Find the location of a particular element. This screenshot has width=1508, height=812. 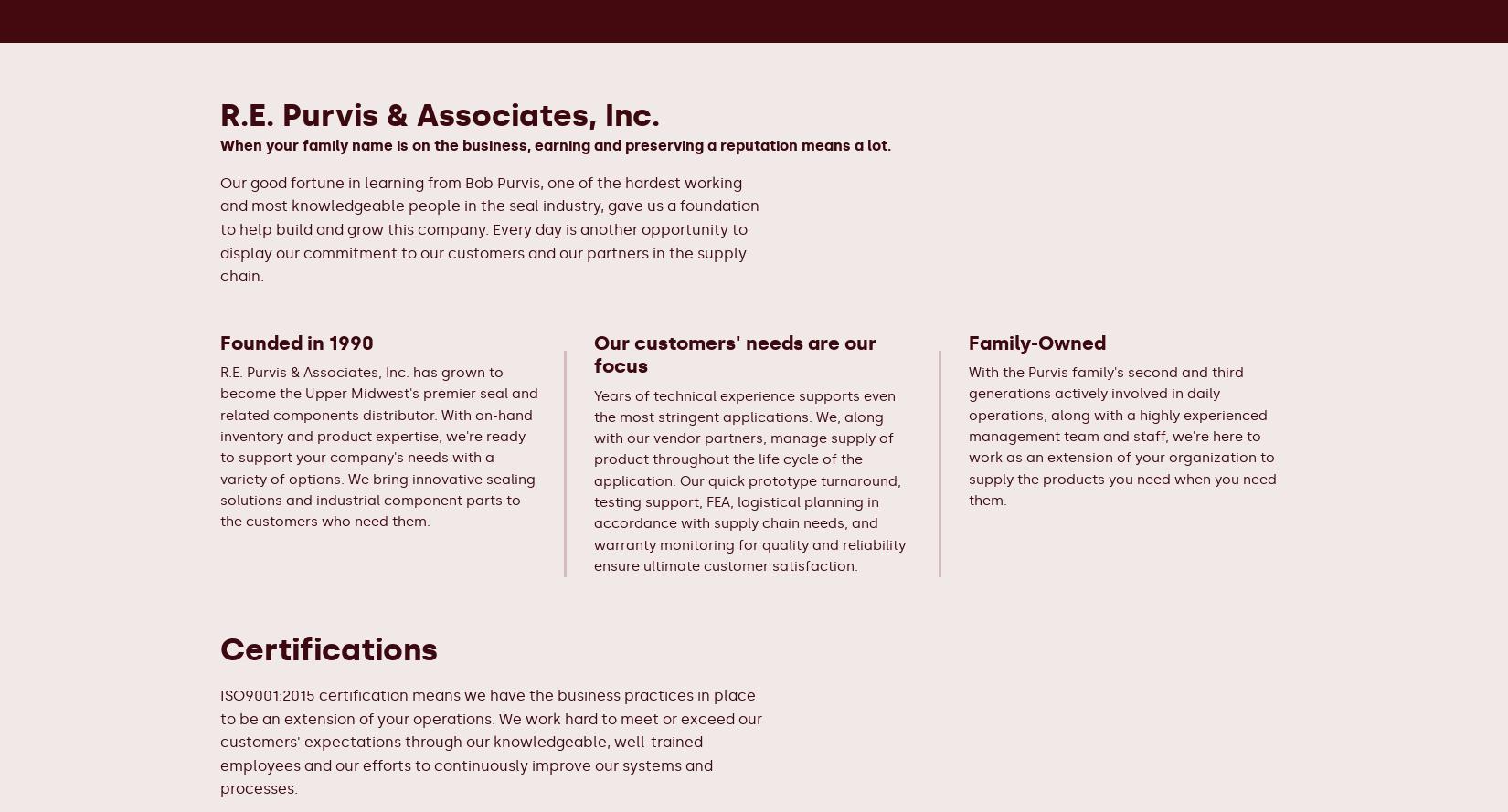

'Years of technical experience supports even the most stringent applications. We, along with our vendor partners, manage supply of product throughout the life cycle of the application. Our quick prototype turnaround, testing support, FEA, logistical planning in accordance with supply chain needs, and warranty monitoring for quality and reliability ensure ultimate customer satisfaction.' is located at coordinates (749, 480).